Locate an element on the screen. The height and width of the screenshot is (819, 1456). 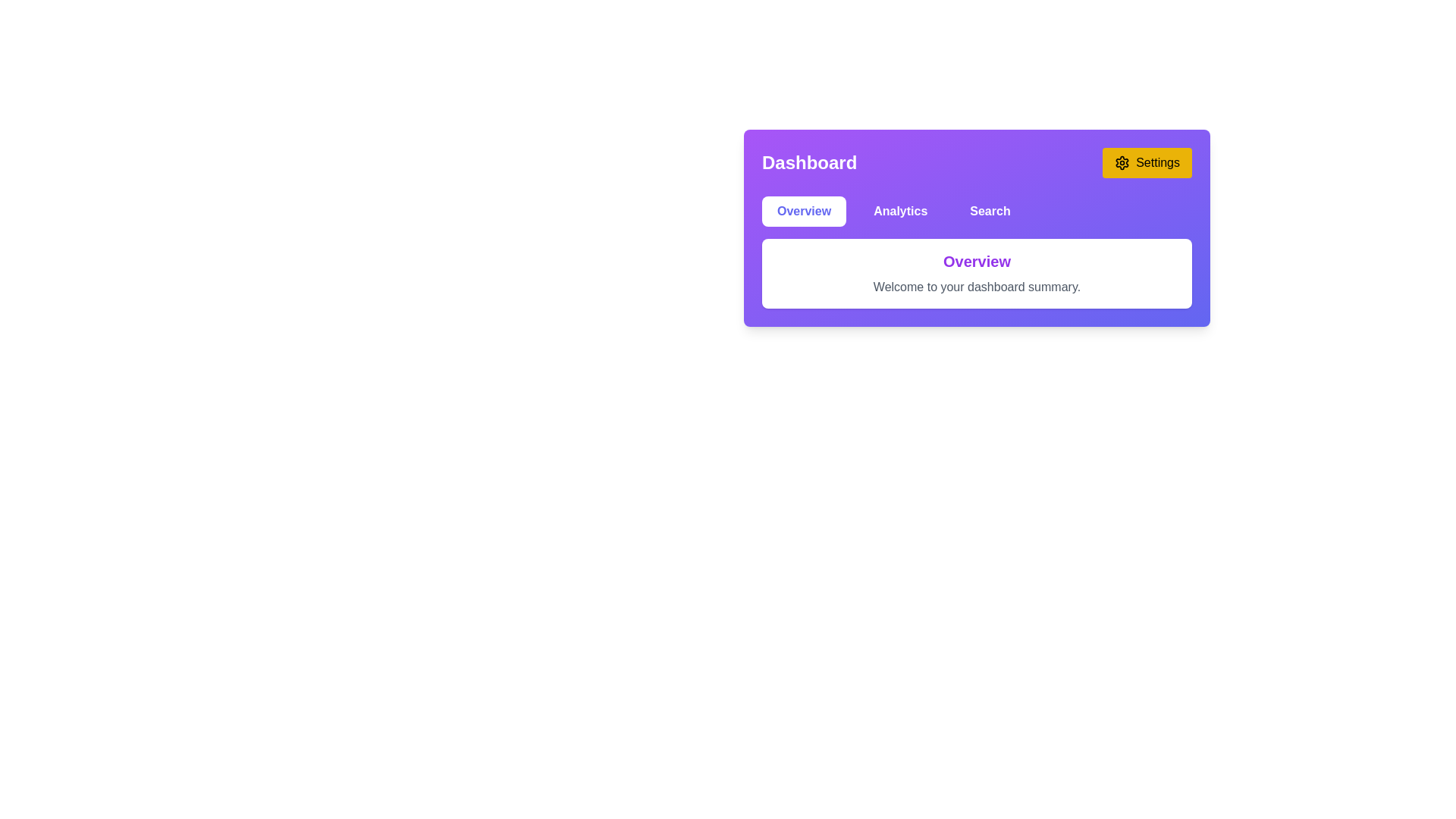
the 'Settings' button, which is a rectangular button with rounded corners, yellow background, and black text, located at the top-right of the layout is located at coordinates (1147, 163).